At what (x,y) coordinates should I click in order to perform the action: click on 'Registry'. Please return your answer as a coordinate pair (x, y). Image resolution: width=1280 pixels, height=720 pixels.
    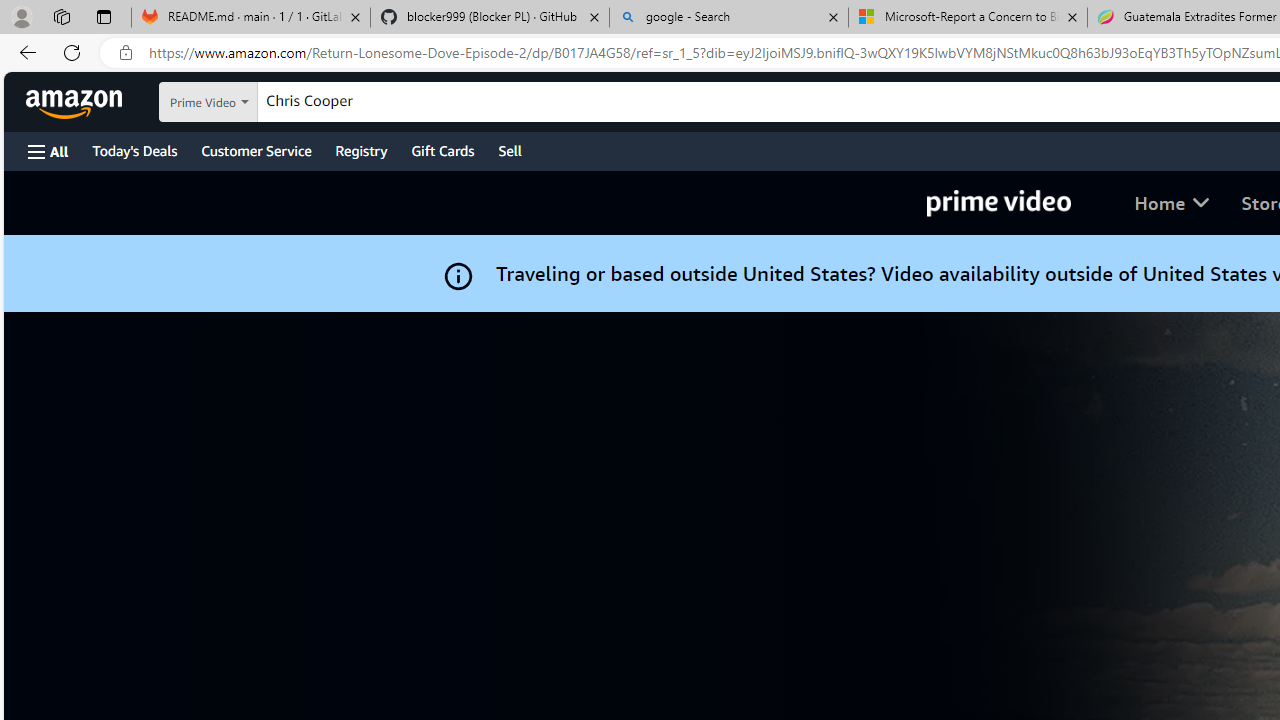
    Looking at the image, I should click on (360, 149).